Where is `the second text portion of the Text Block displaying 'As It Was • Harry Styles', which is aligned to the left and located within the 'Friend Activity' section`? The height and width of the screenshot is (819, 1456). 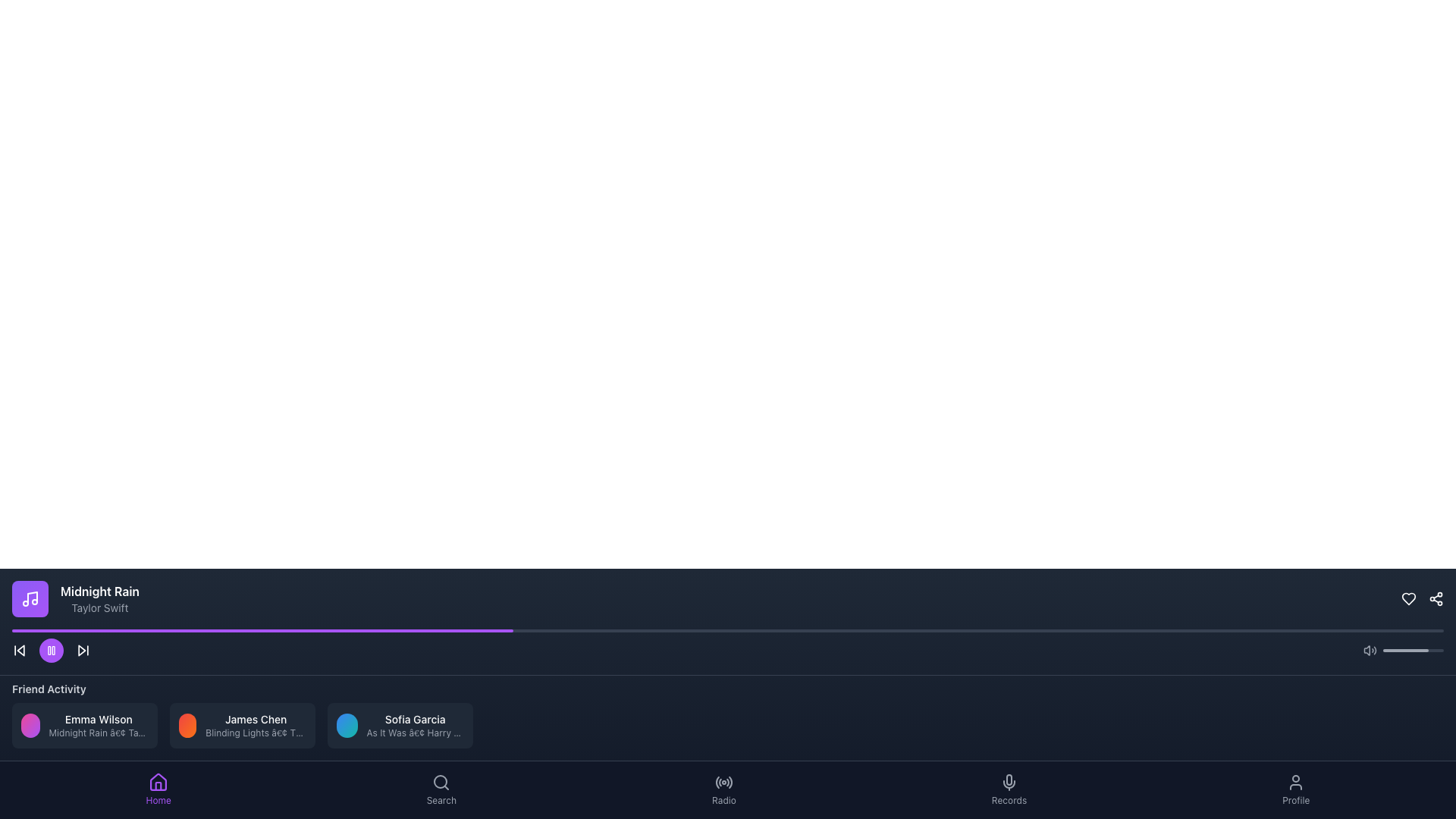
the second text portion of the Text Block displaying 'As It Was • Harry Styles', which is aligned to the left and located within the 'Friend Activity' section is located at coordinates (415, 724).